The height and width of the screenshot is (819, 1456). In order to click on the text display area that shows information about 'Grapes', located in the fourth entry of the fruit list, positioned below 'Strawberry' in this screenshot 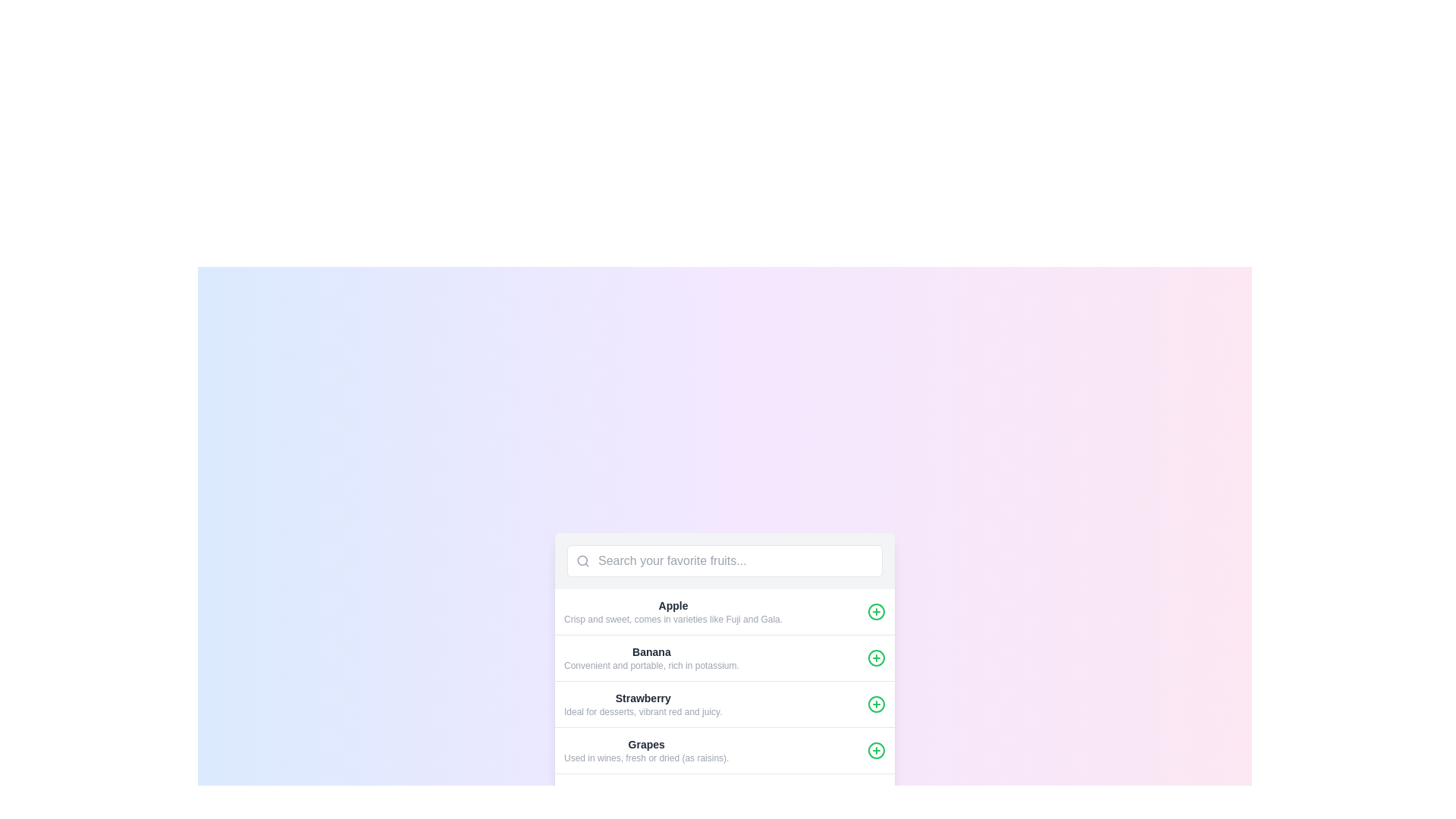, I will do `click(646, 751)`.